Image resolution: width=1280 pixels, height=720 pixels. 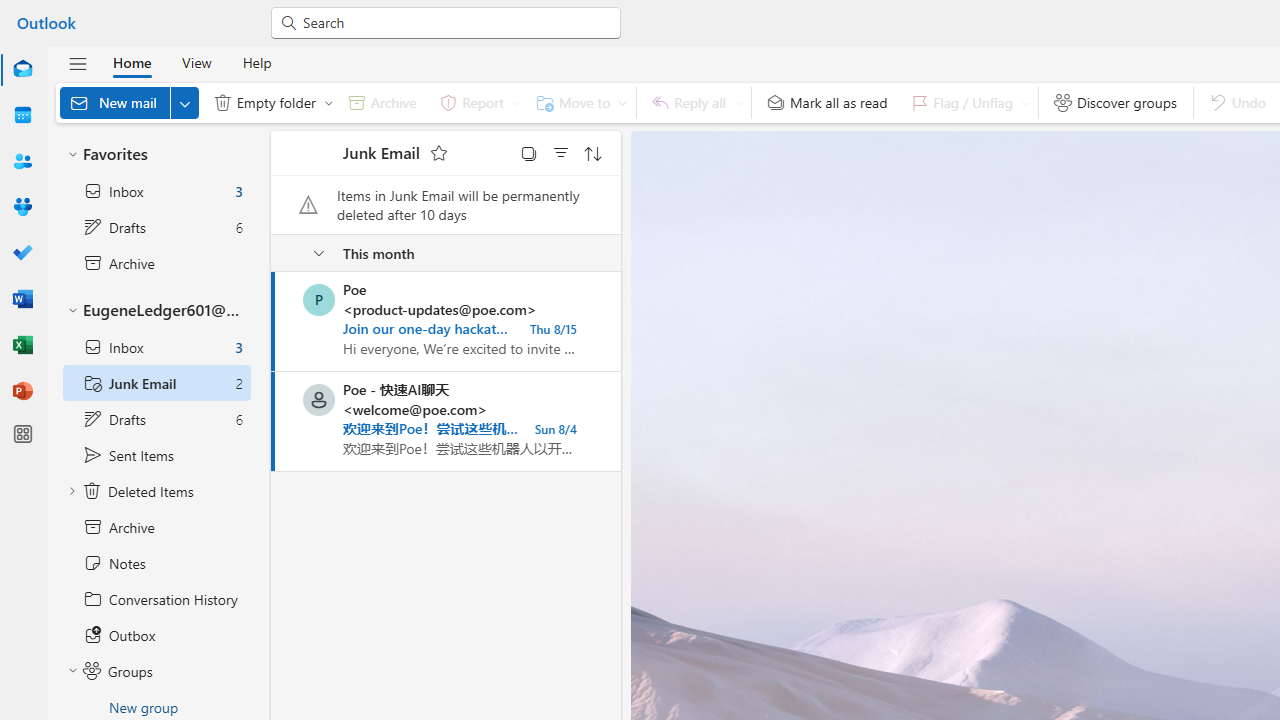 What do you see at coordinates (23, 392) in the screenshot?
I see `'PowerPoint'` at bounding box center [23, 392].